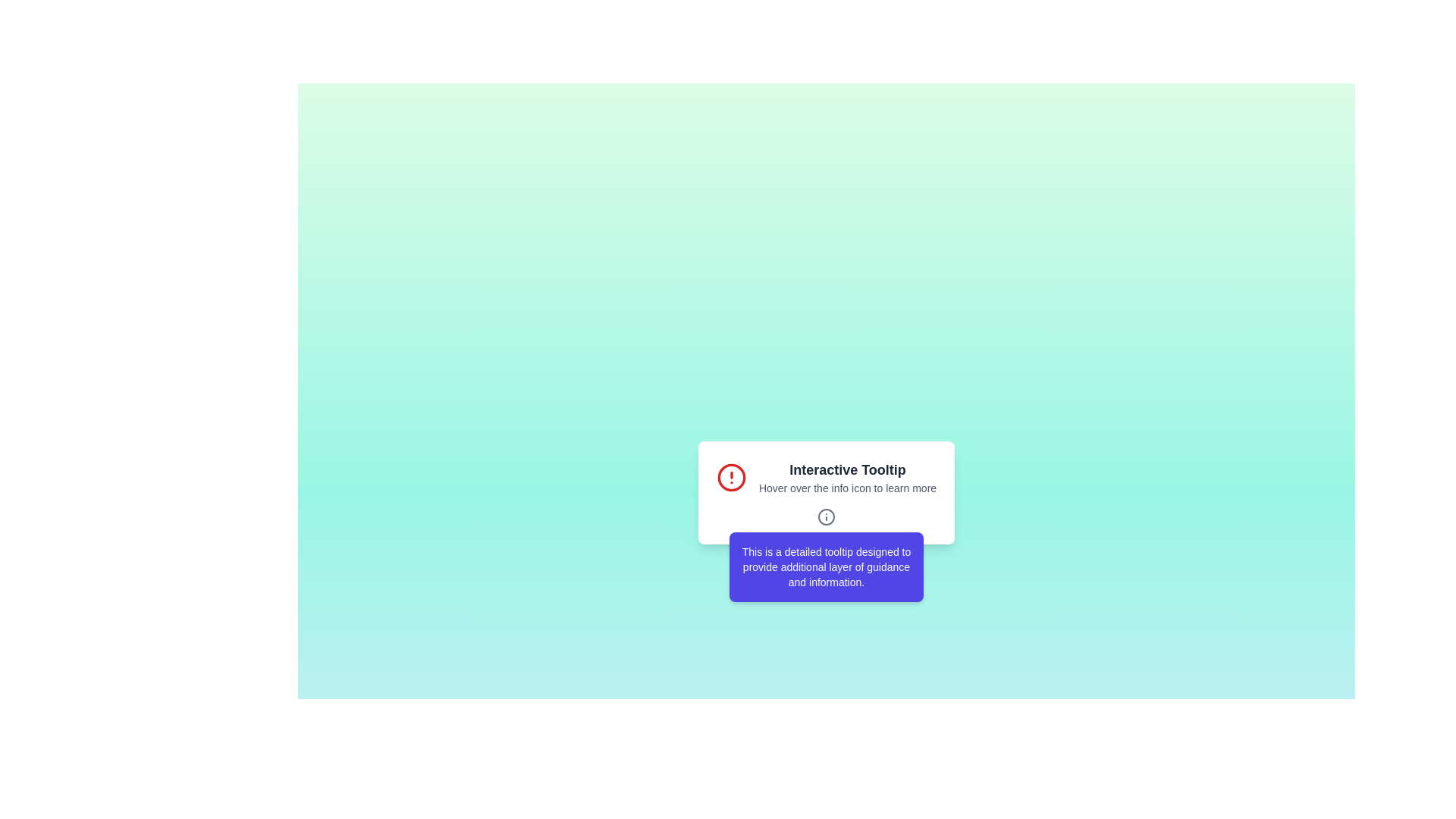 This screenshot has height=819, width=1456. Describe the element at coordinates (731, 476) in the screenshot. I see `the SVG circle component that represents the circular outline of the alert symbol in the top-left corner of the 'Interactive Tooltip' rectangular tooltip box` at that location.